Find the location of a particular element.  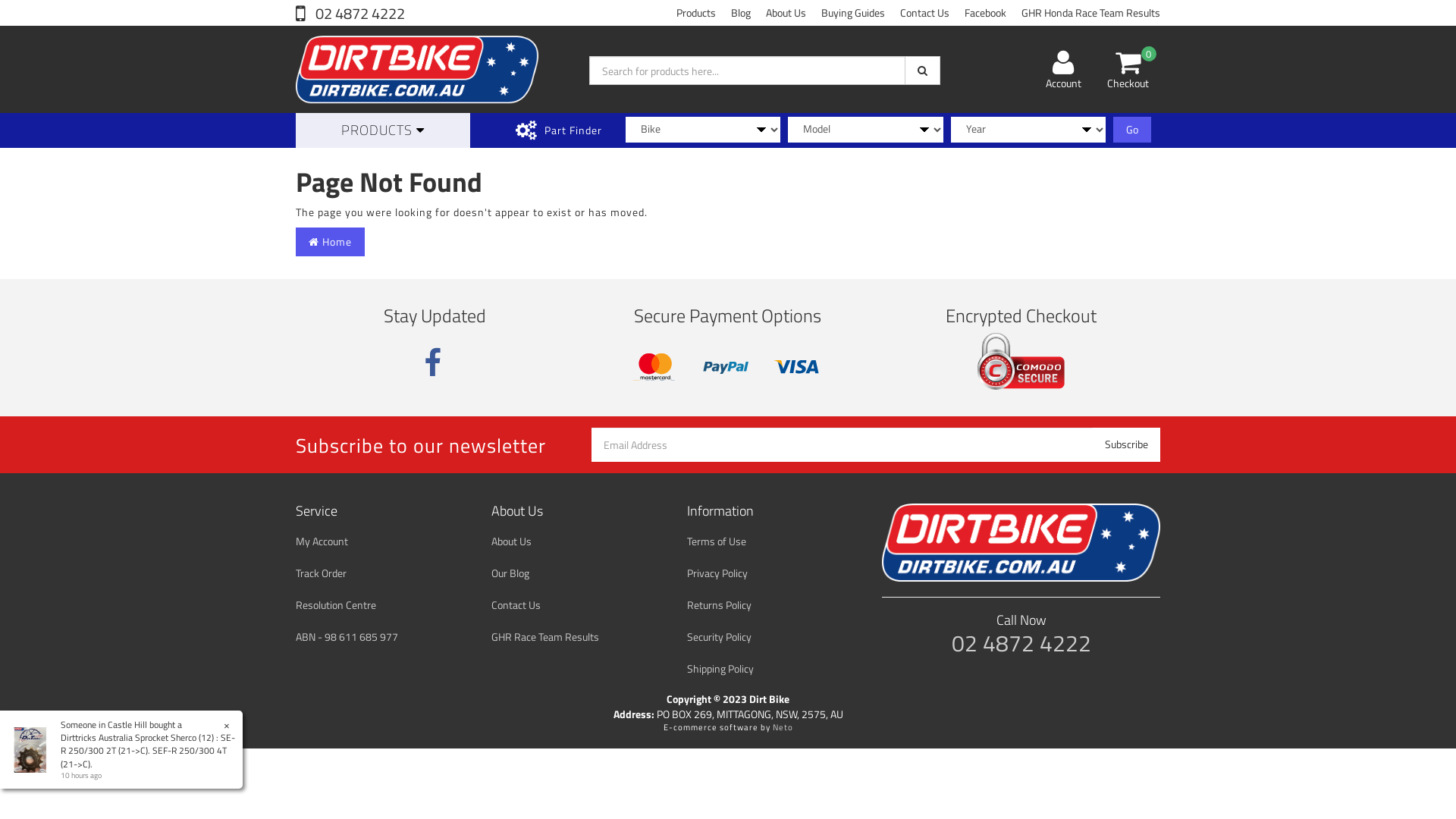

'Terms of Use' is located at coordinates (771, 540).